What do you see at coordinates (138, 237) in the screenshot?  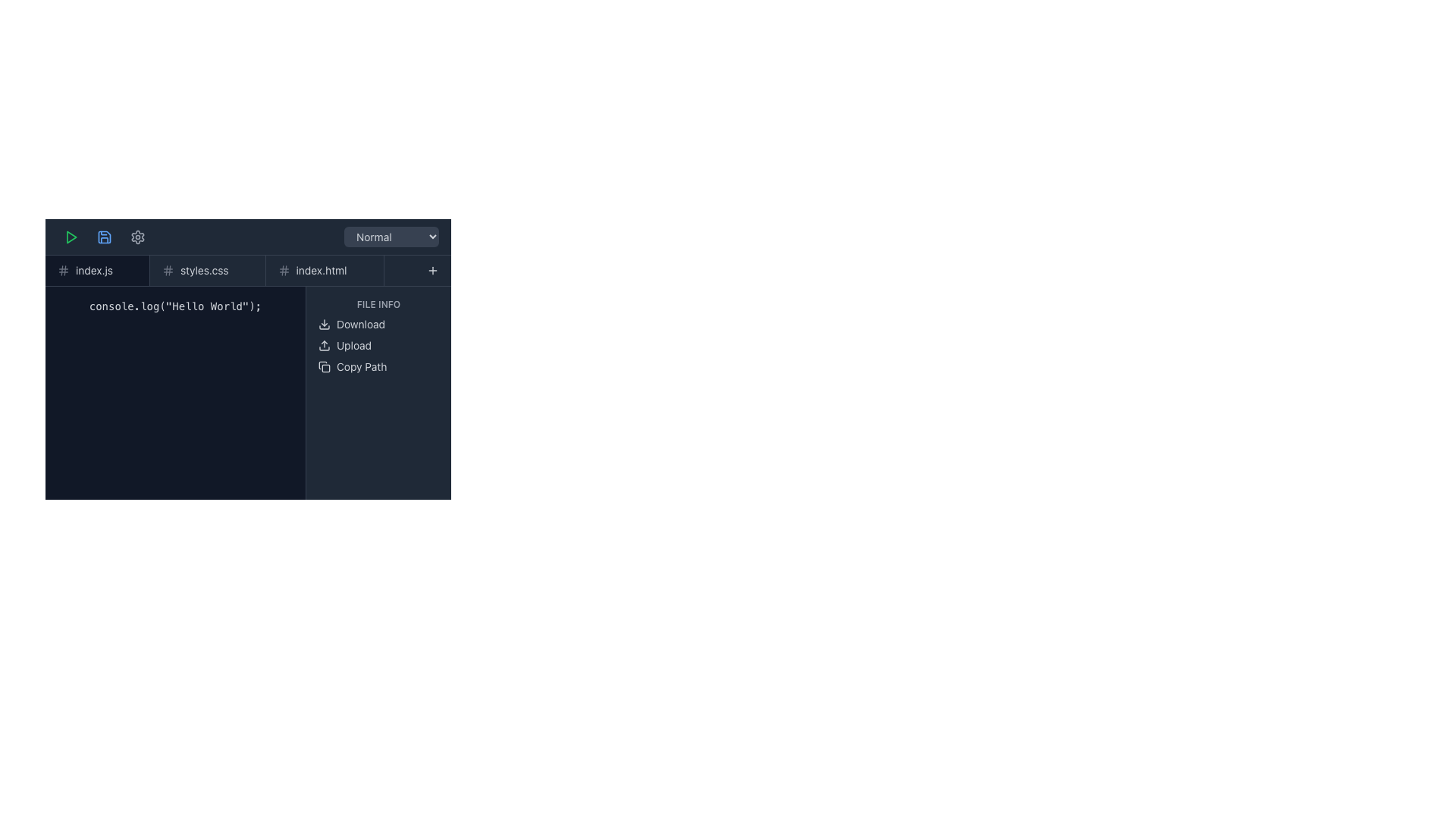 I see `the settings icon located in the header bar` at bounding box center [138, 237].